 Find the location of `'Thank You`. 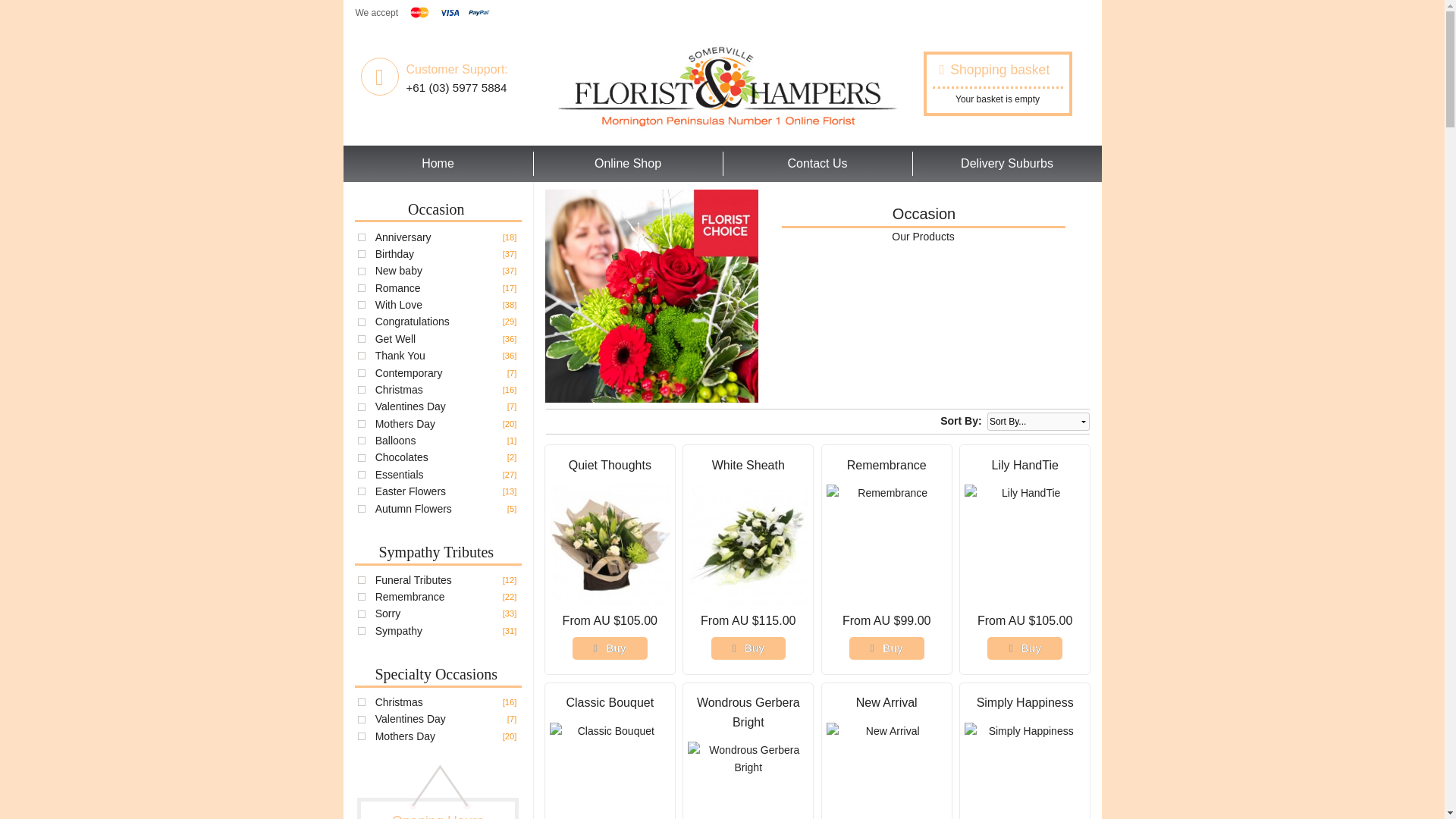

'Thank You is located at coordinates (400, 356).